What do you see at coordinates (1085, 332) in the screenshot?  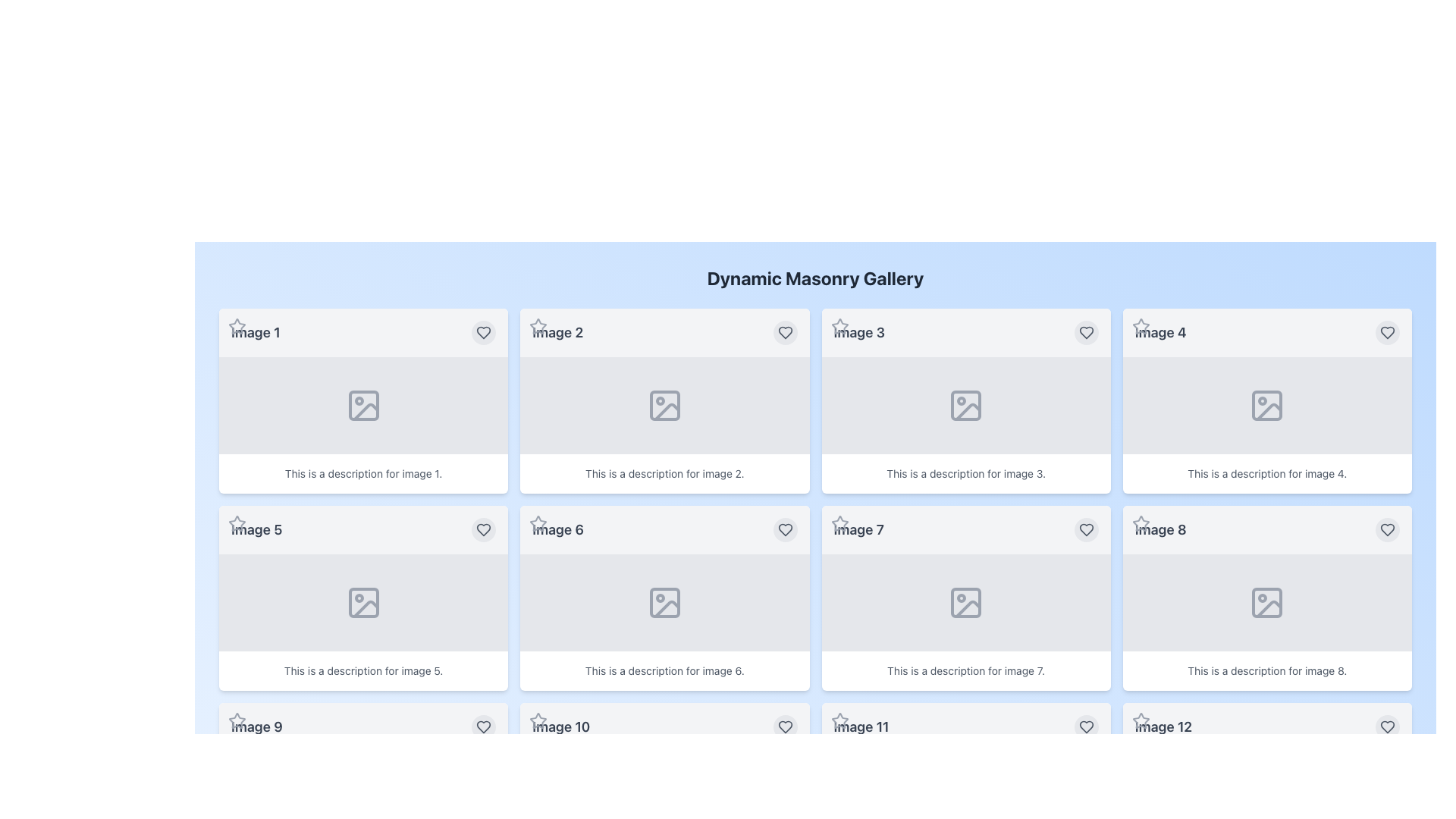 I see `the favorite button located at the top-right corner of 'Image 3'` at bounding box center [1085, 332].